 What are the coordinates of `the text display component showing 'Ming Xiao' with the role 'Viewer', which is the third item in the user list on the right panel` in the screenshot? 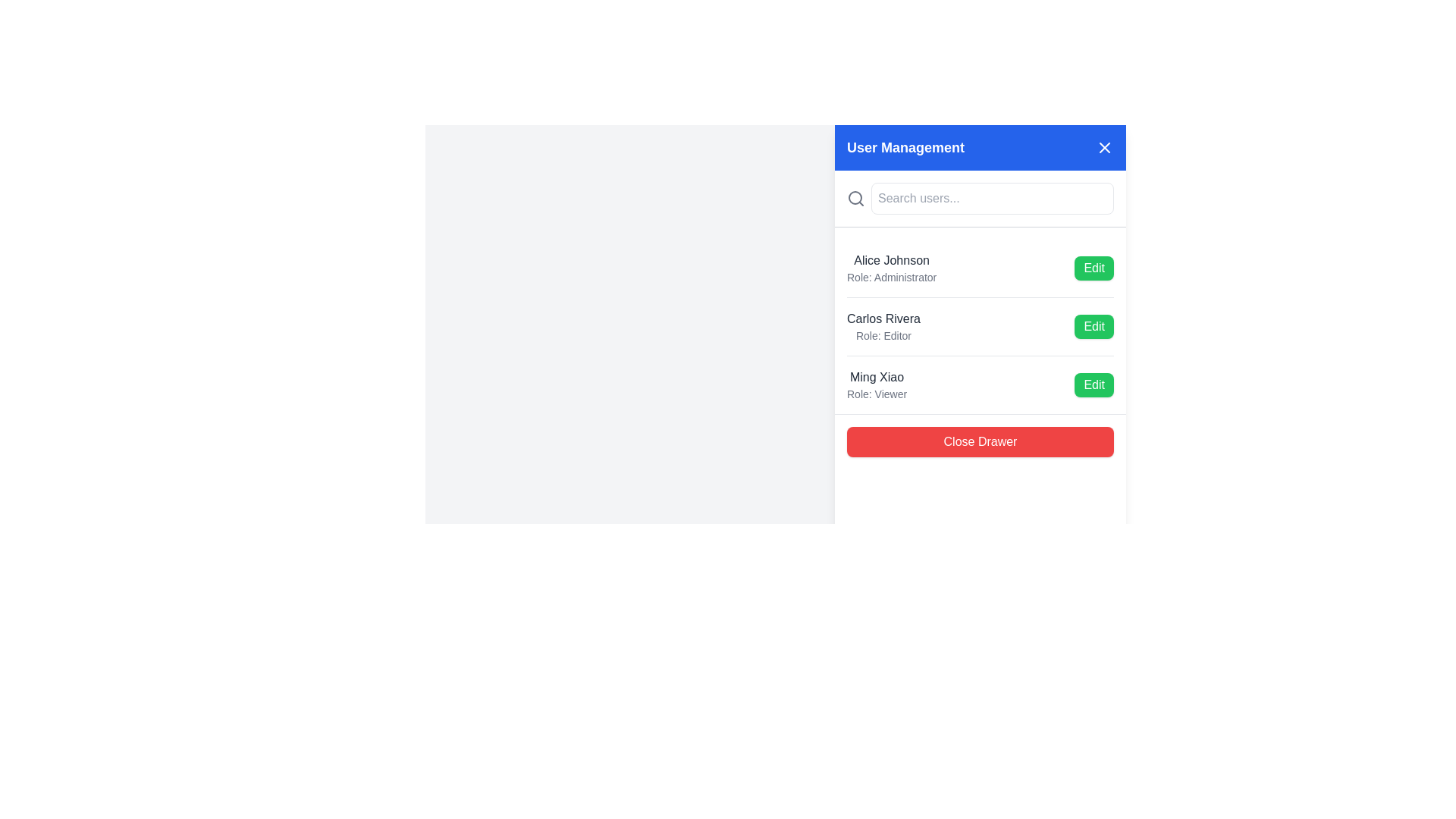 It's located at (877, 384).